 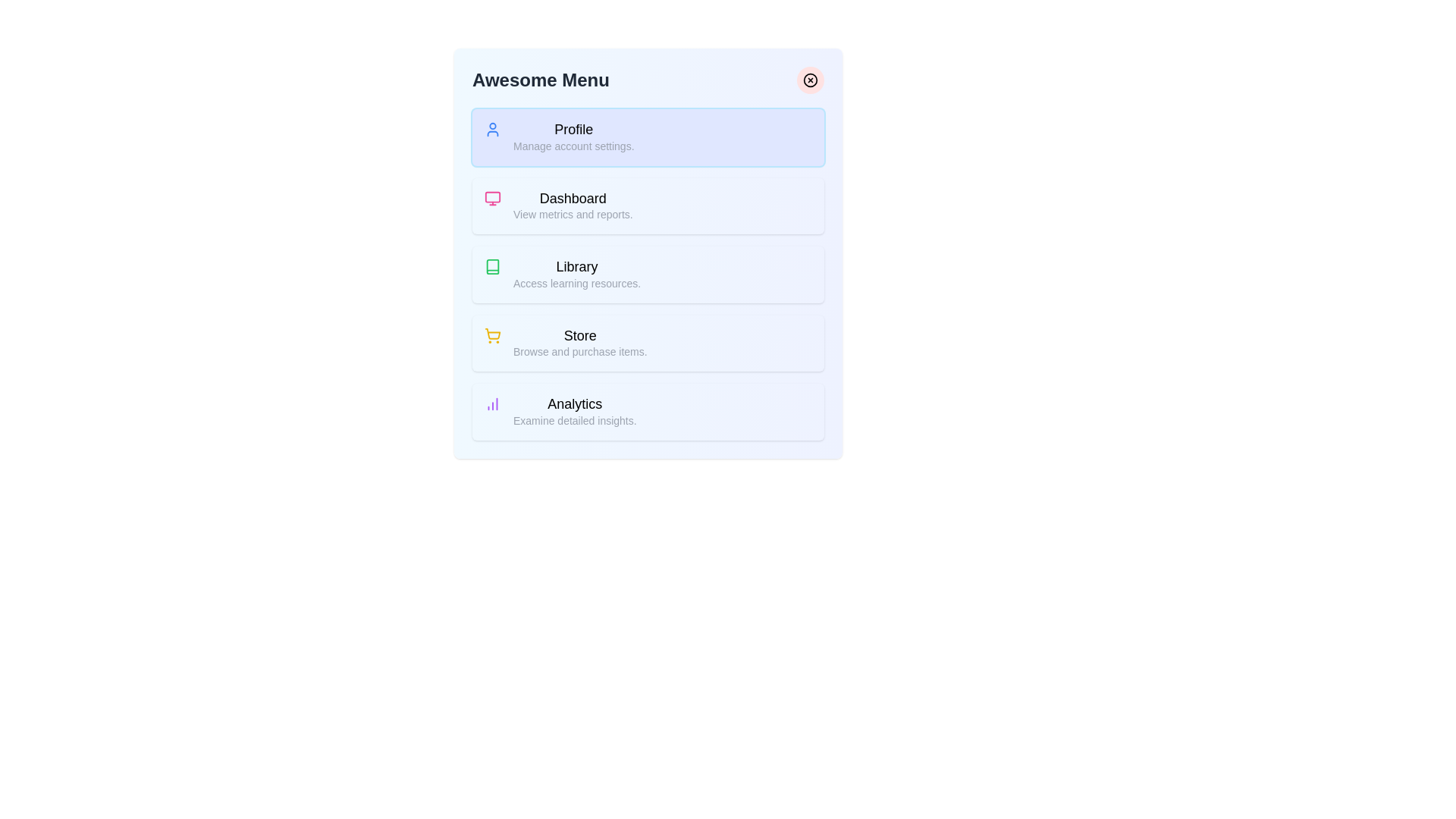 What do you see at coordinates (648, 206) in the screenshot?
I see `the menu item labeled Dashboard` at bounding box center [648, 206].